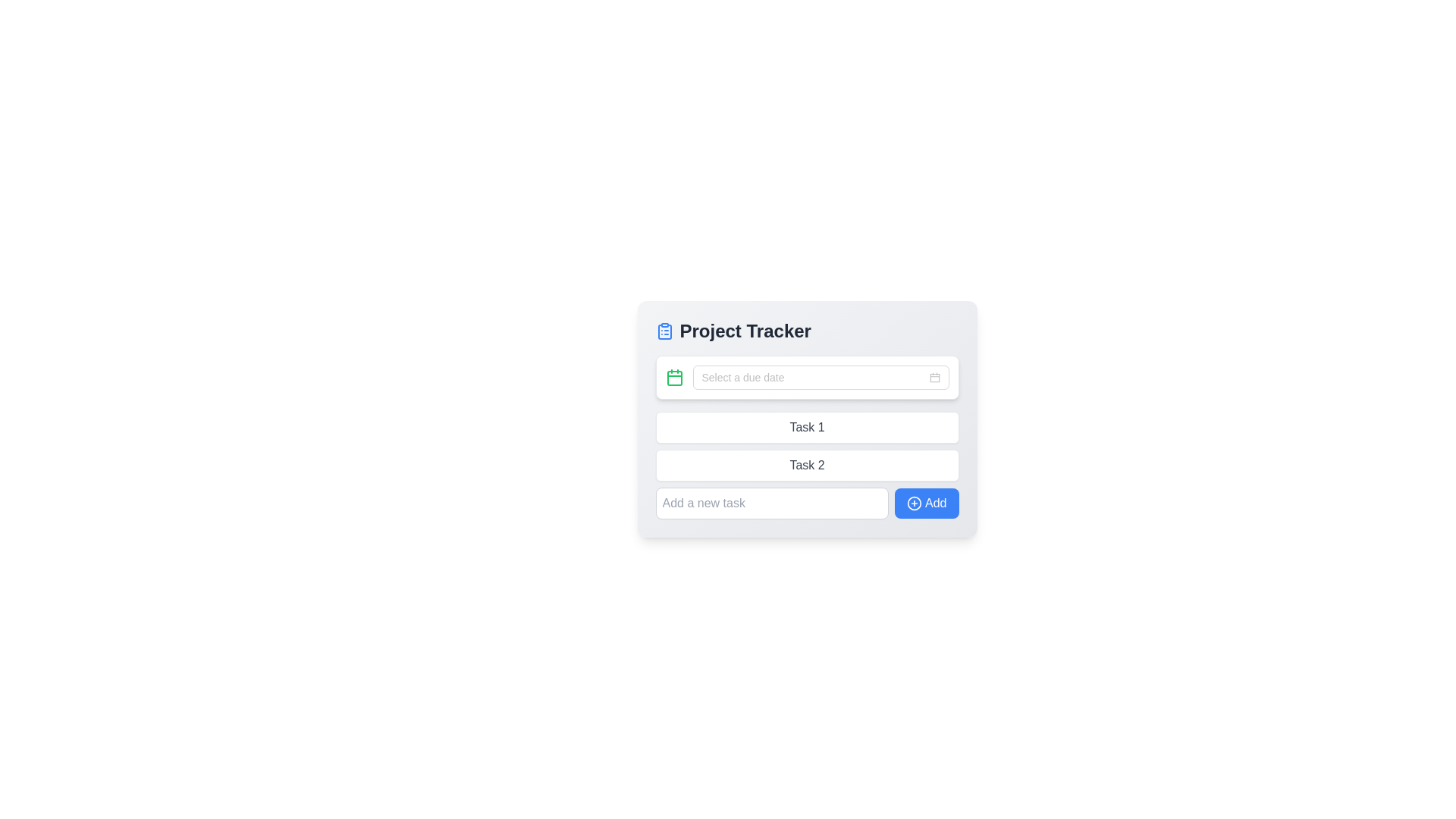 The height and width of the screenshot is (819, 1456). I want to click on the calendar button/icon positioned at the right end of the date picker input field, so click(934, 376).